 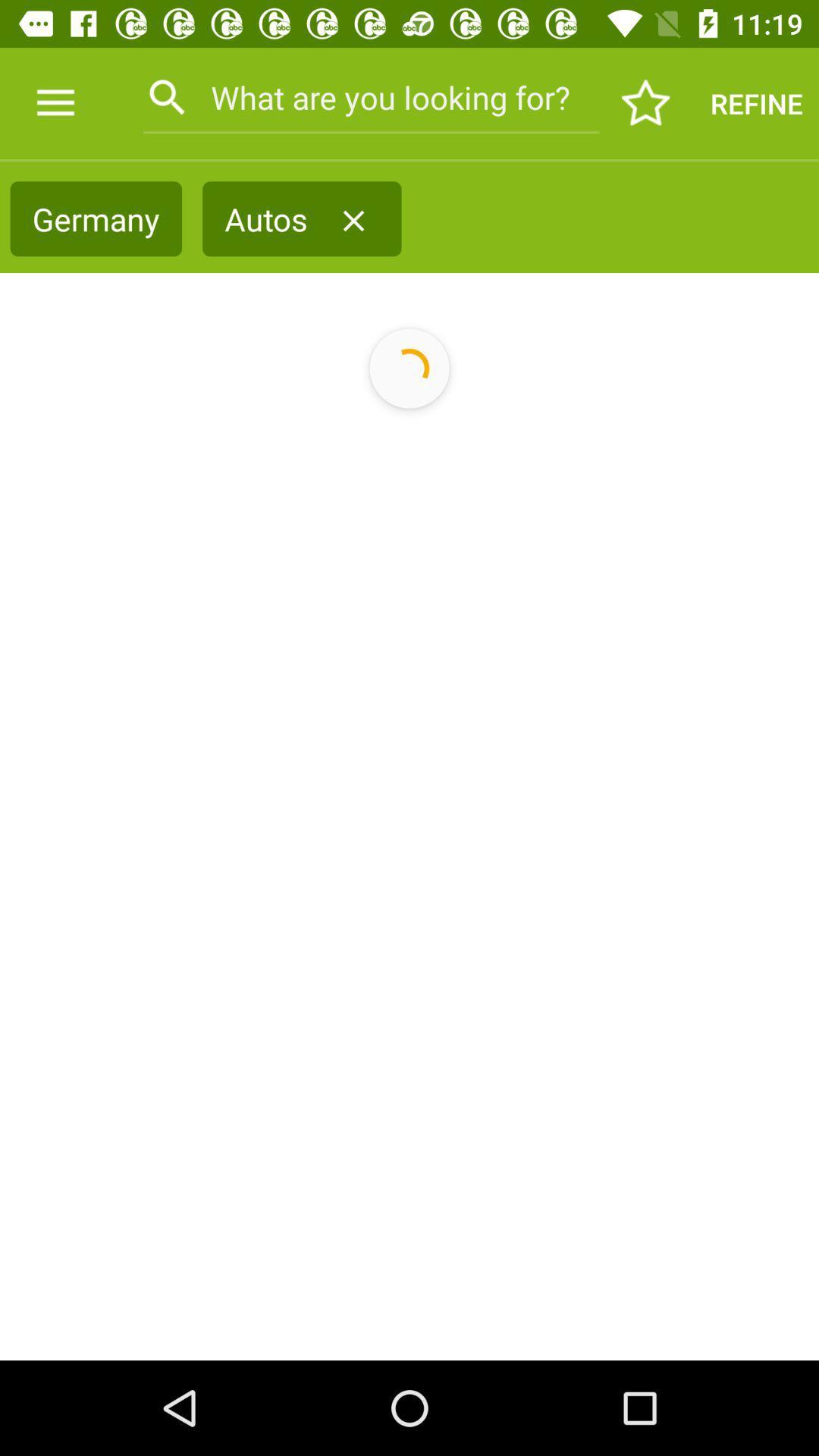 I want to click on the item to the left of refine item, so click(x=646, y=102).